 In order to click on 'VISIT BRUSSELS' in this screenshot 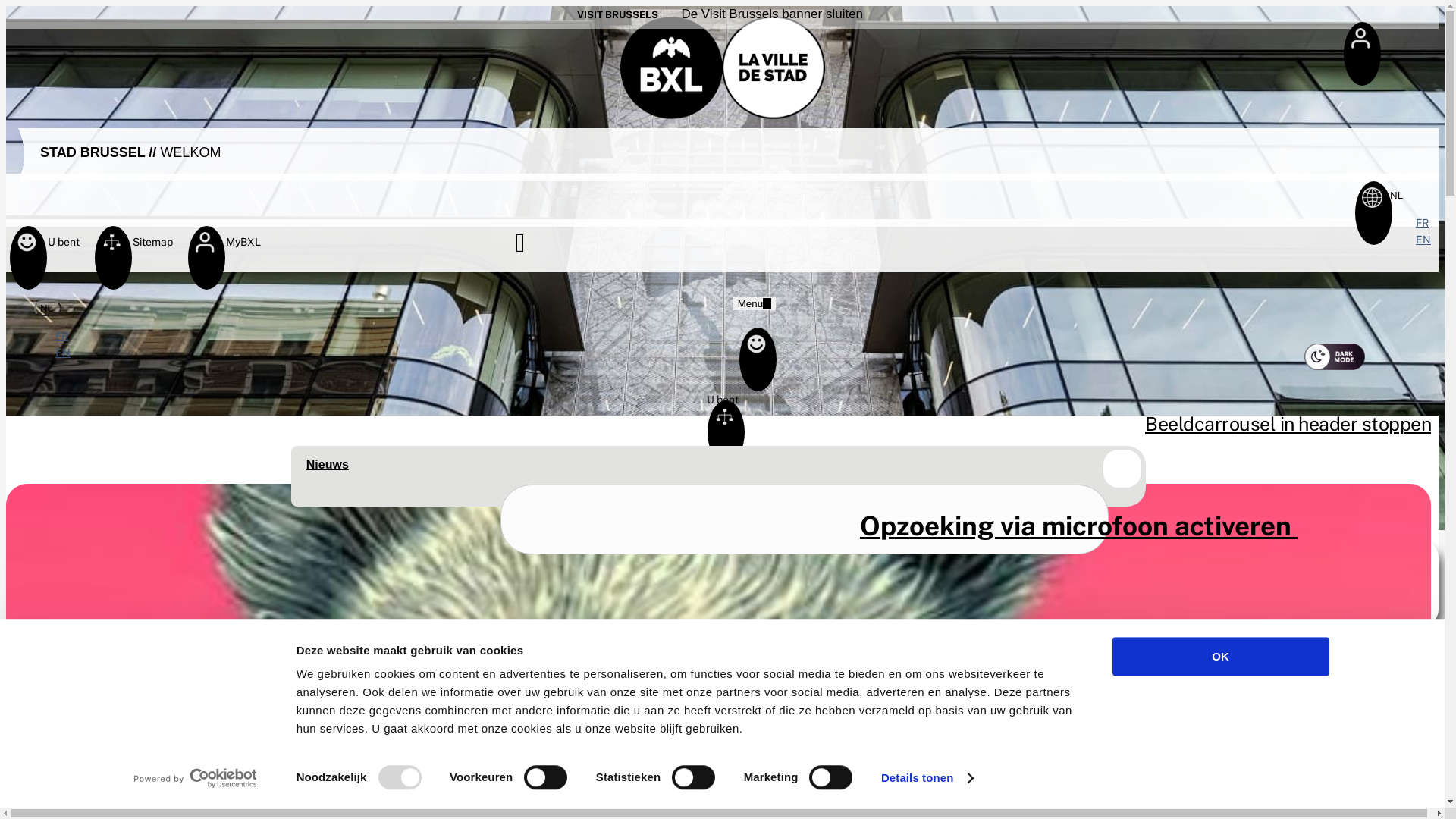, I will do `click(617, 14)`.